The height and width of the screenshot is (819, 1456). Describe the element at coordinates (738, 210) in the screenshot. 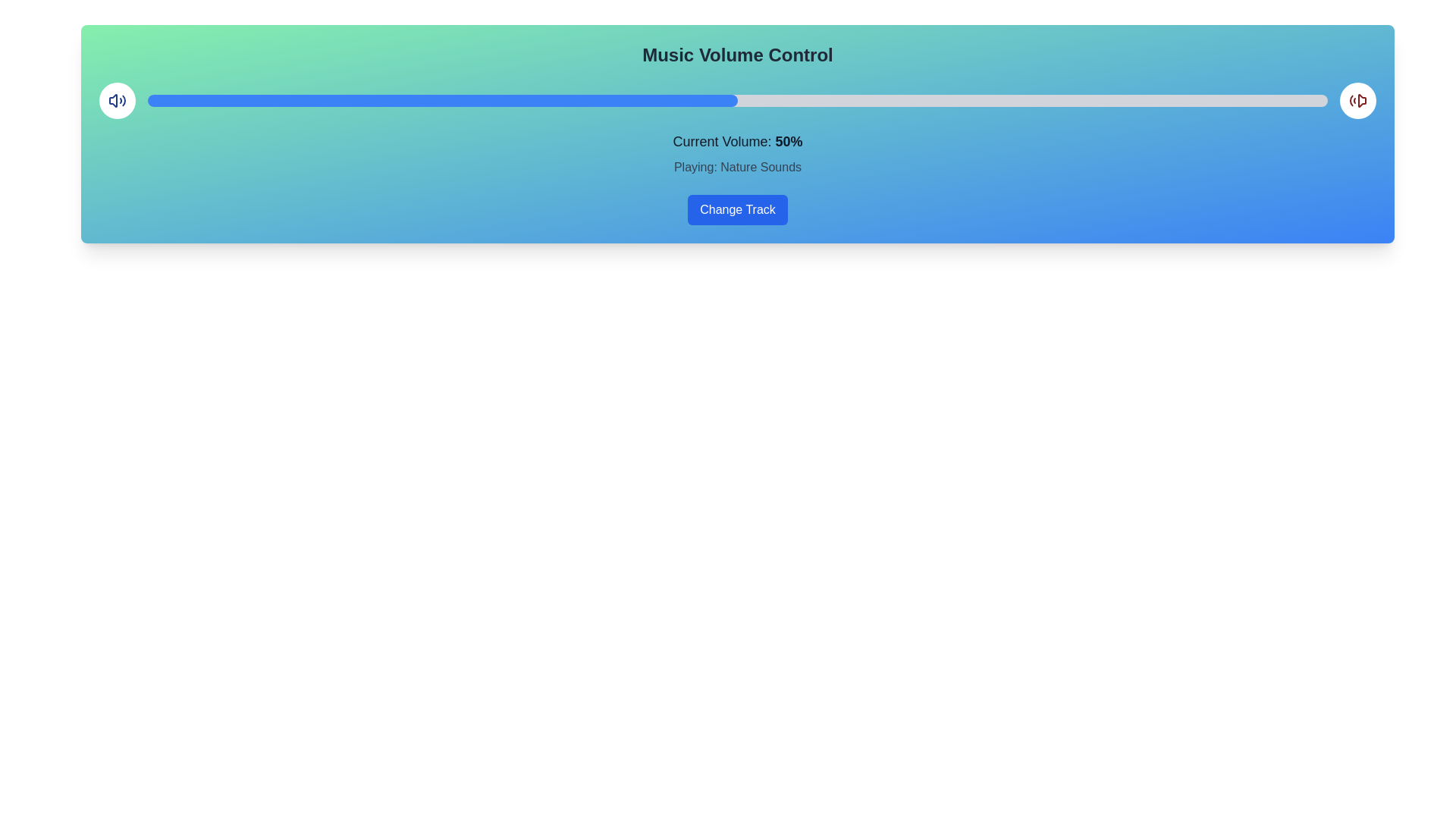

I see `the button located centrally below the text 'Playing: Nature Sounds' to activate hover styling` at that location.